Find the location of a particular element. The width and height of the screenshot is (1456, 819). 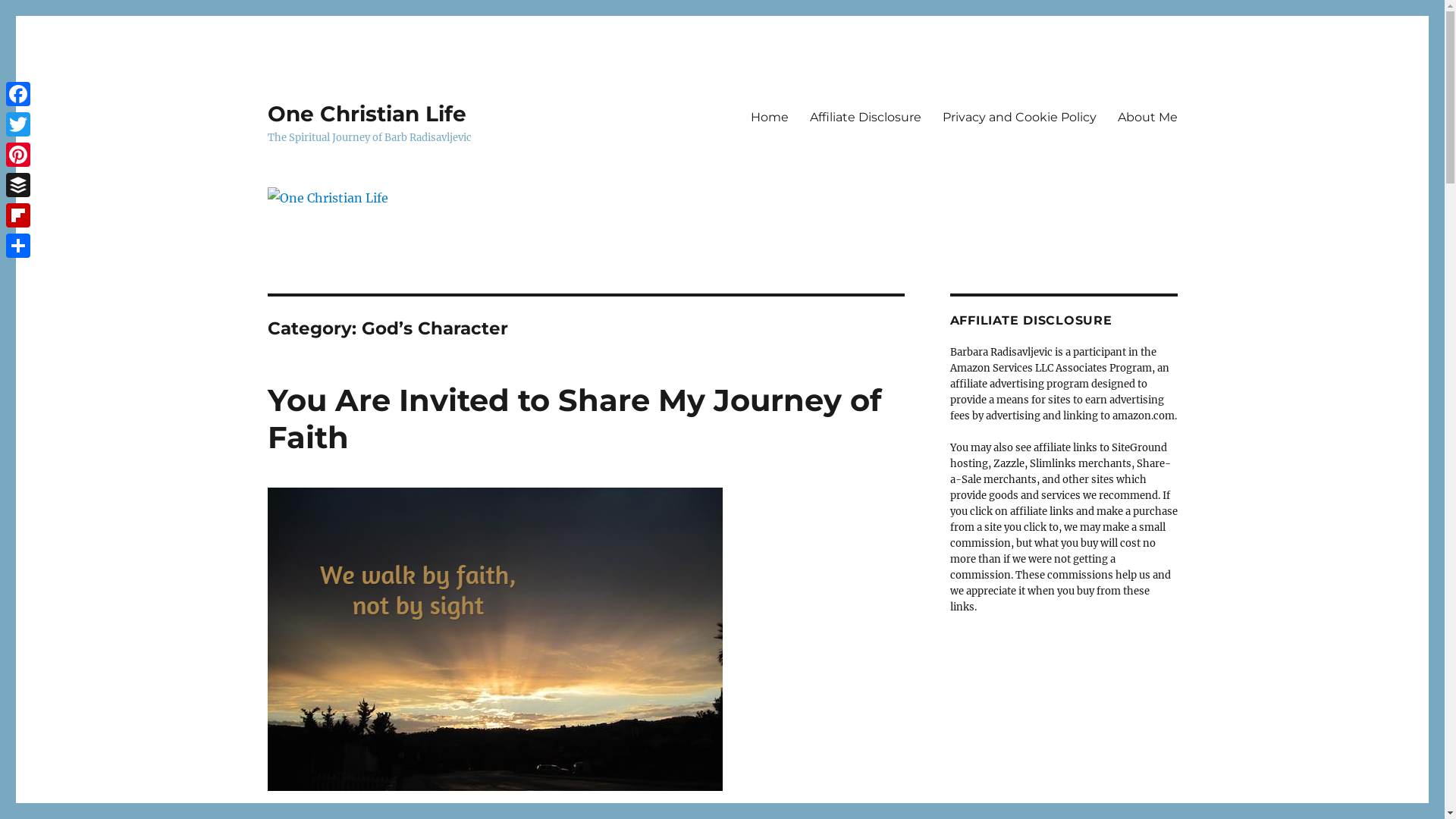

'Privacy and Cookie Policy' is located at coordinates (1018, 116).